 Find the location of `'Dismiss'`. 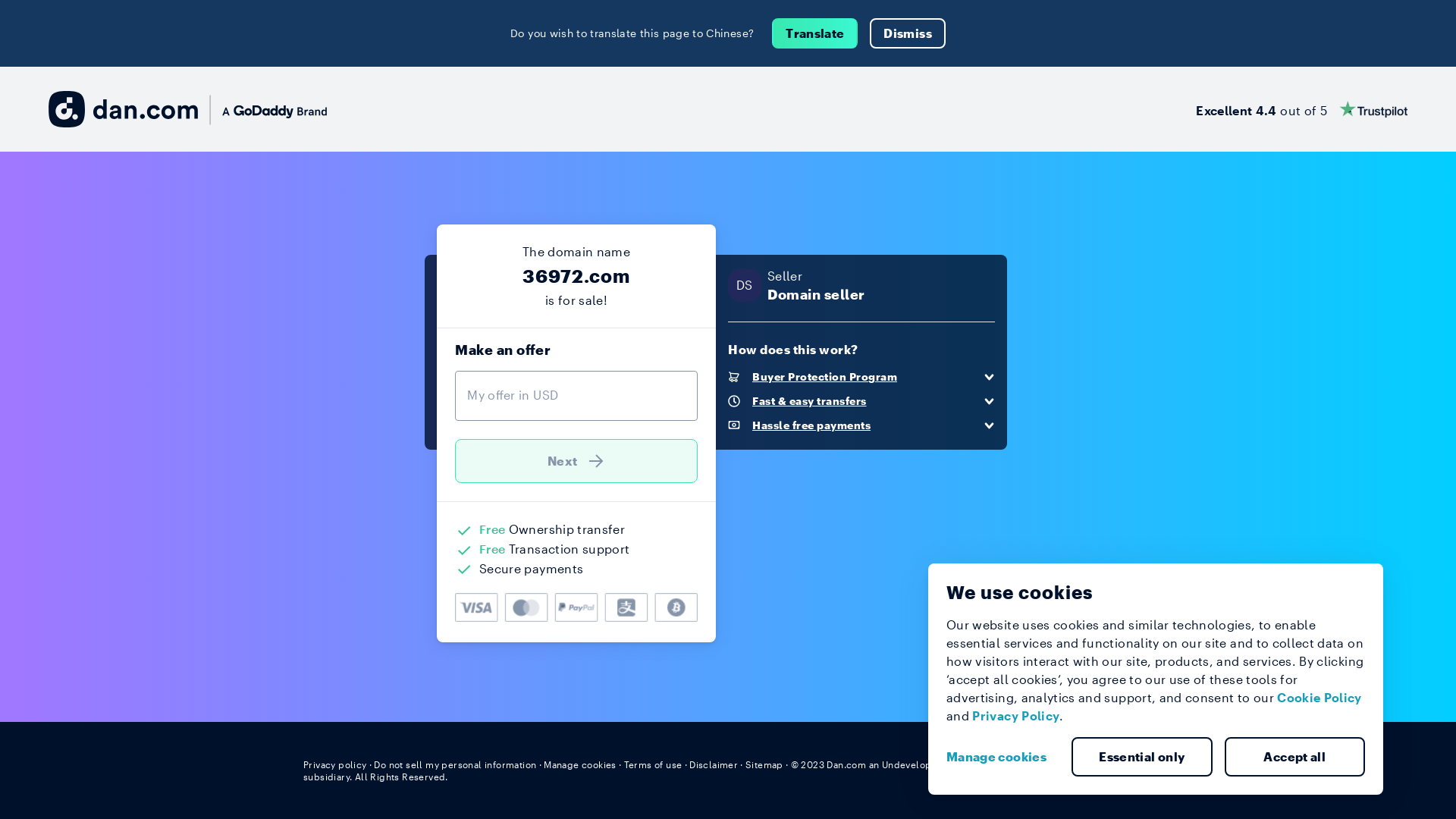

'Dismiss' is located at coordinates (907, 33).